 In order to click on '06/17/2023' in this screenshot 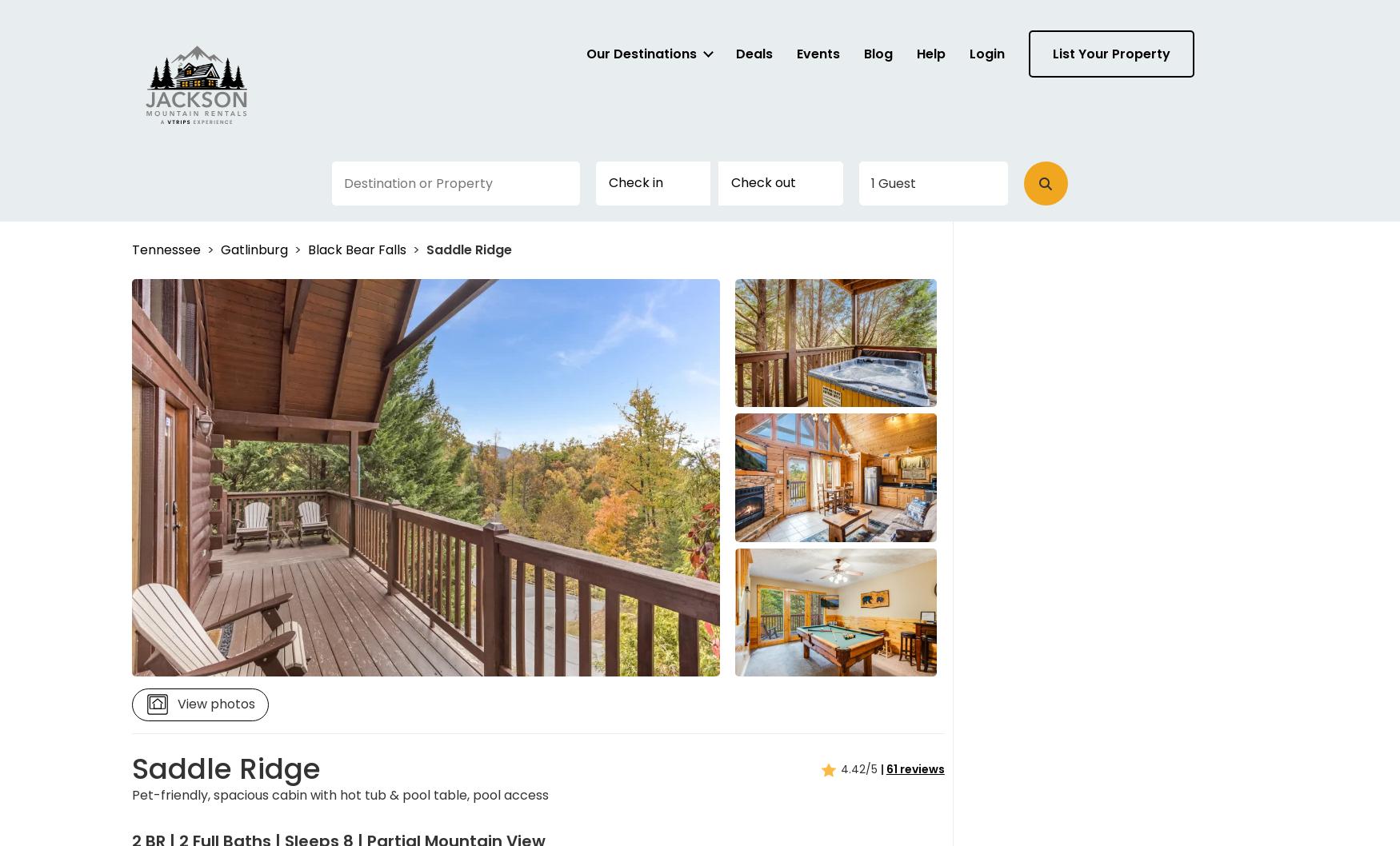, I will do `click(883, 313)`.